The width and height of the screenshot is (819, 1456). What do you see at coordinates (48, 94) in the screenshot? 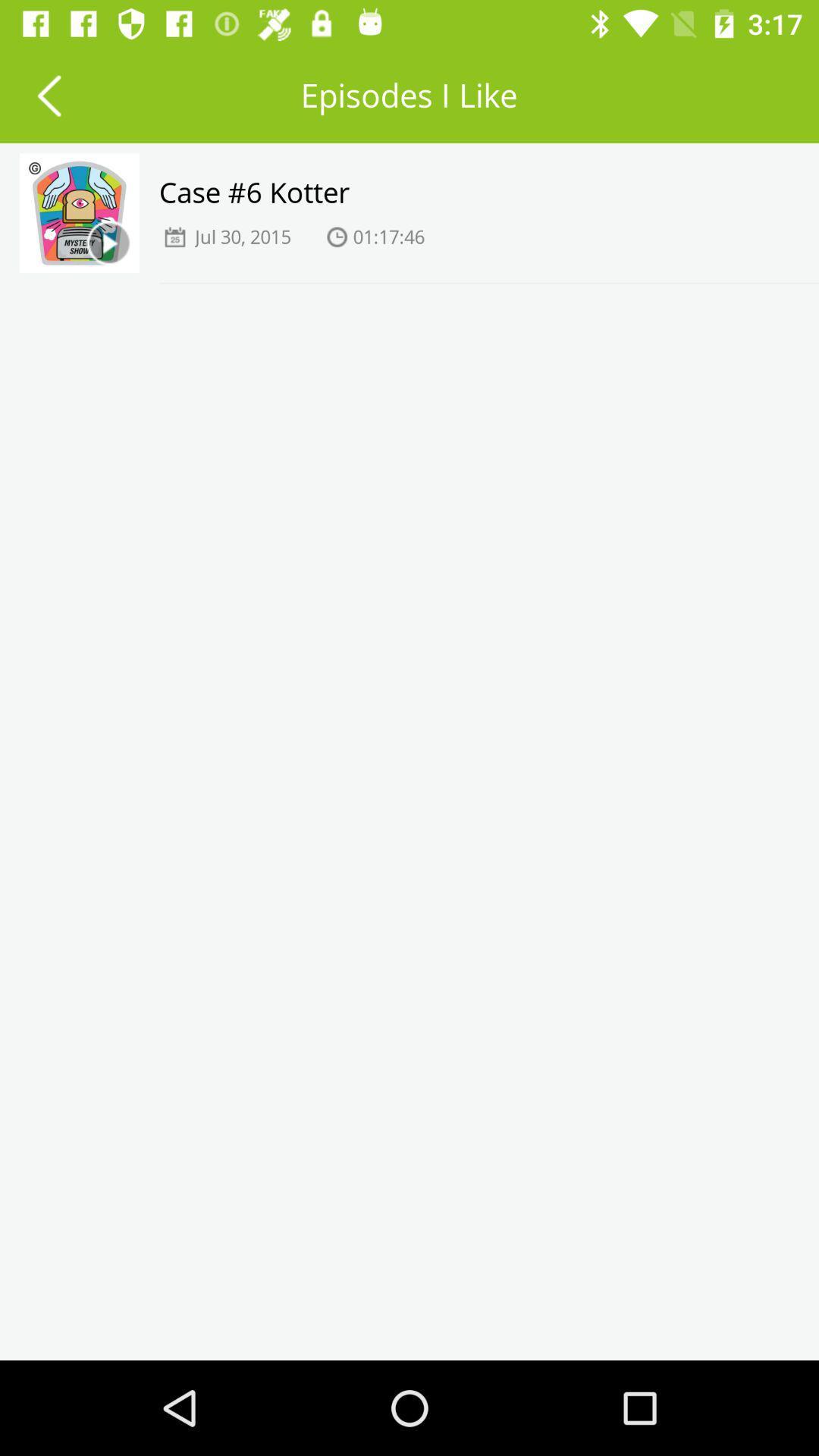
I see `the item to the left of the episodes i like icon` at bounding box center [48, 94].